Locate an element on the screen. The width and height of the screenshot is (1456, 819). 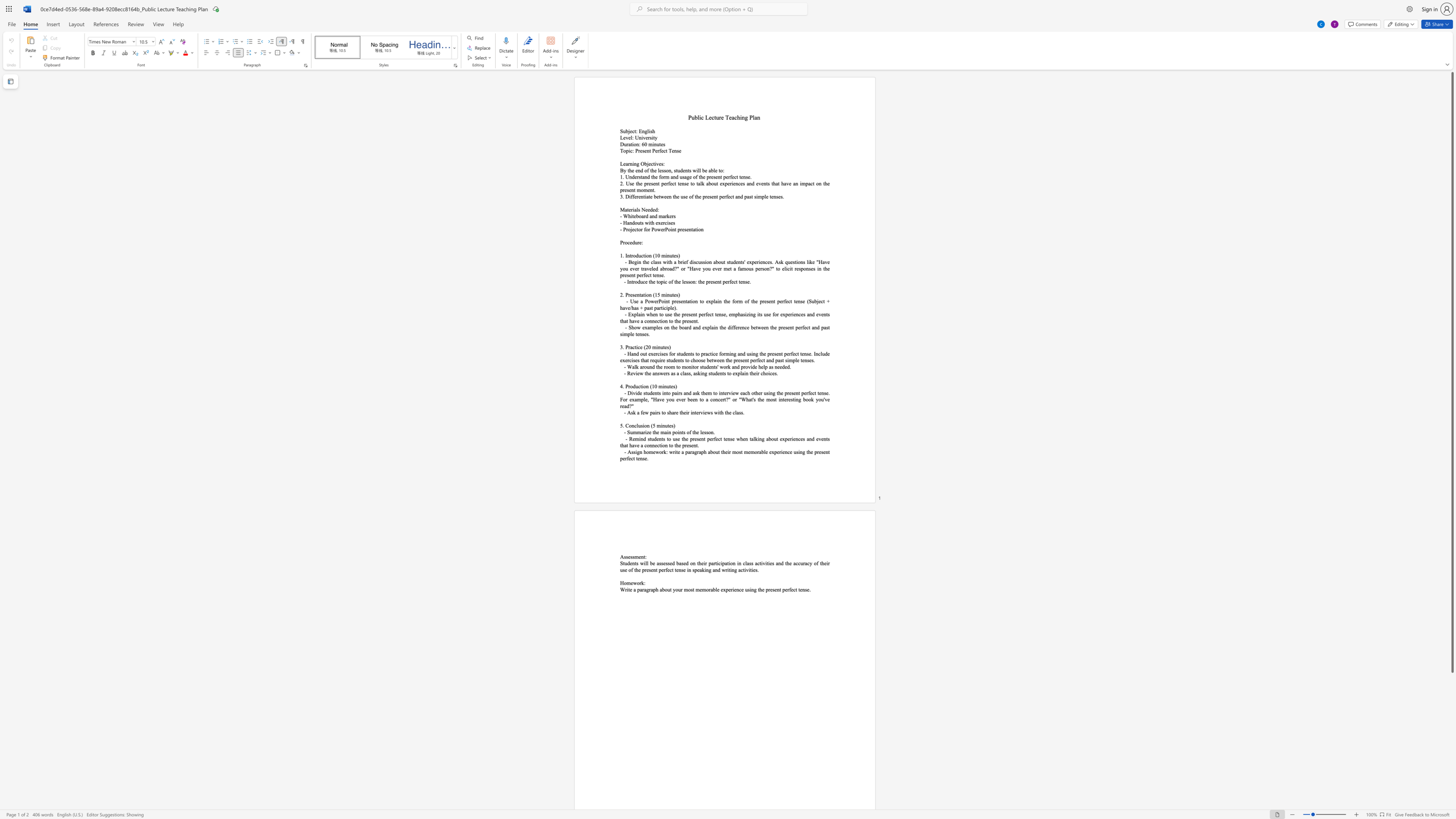
the space between the continuous character "s" and "i" in the text is located at coordinates (642, 425).